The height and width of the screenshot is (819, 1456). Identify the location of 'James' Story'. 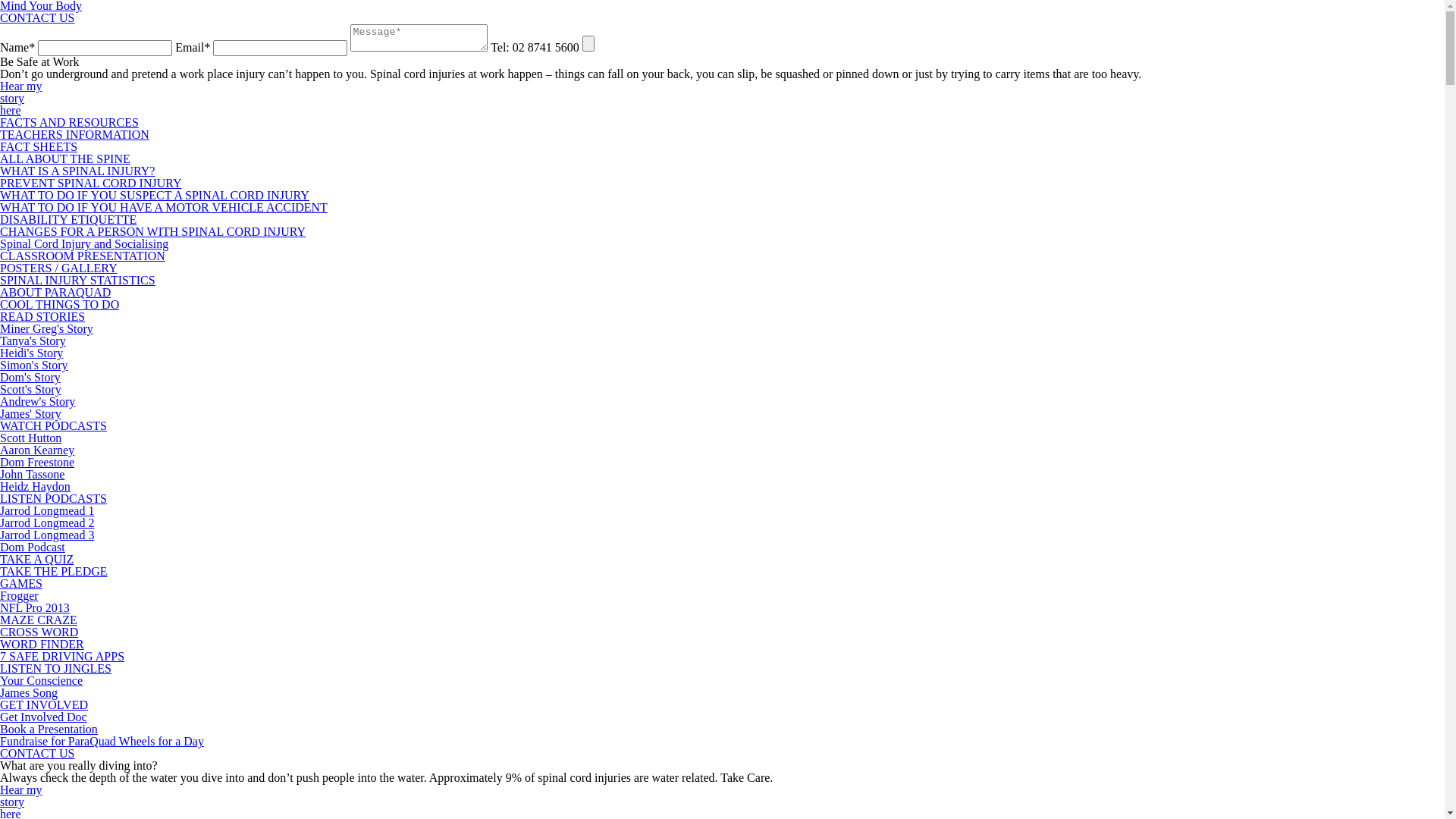
(30, 413).